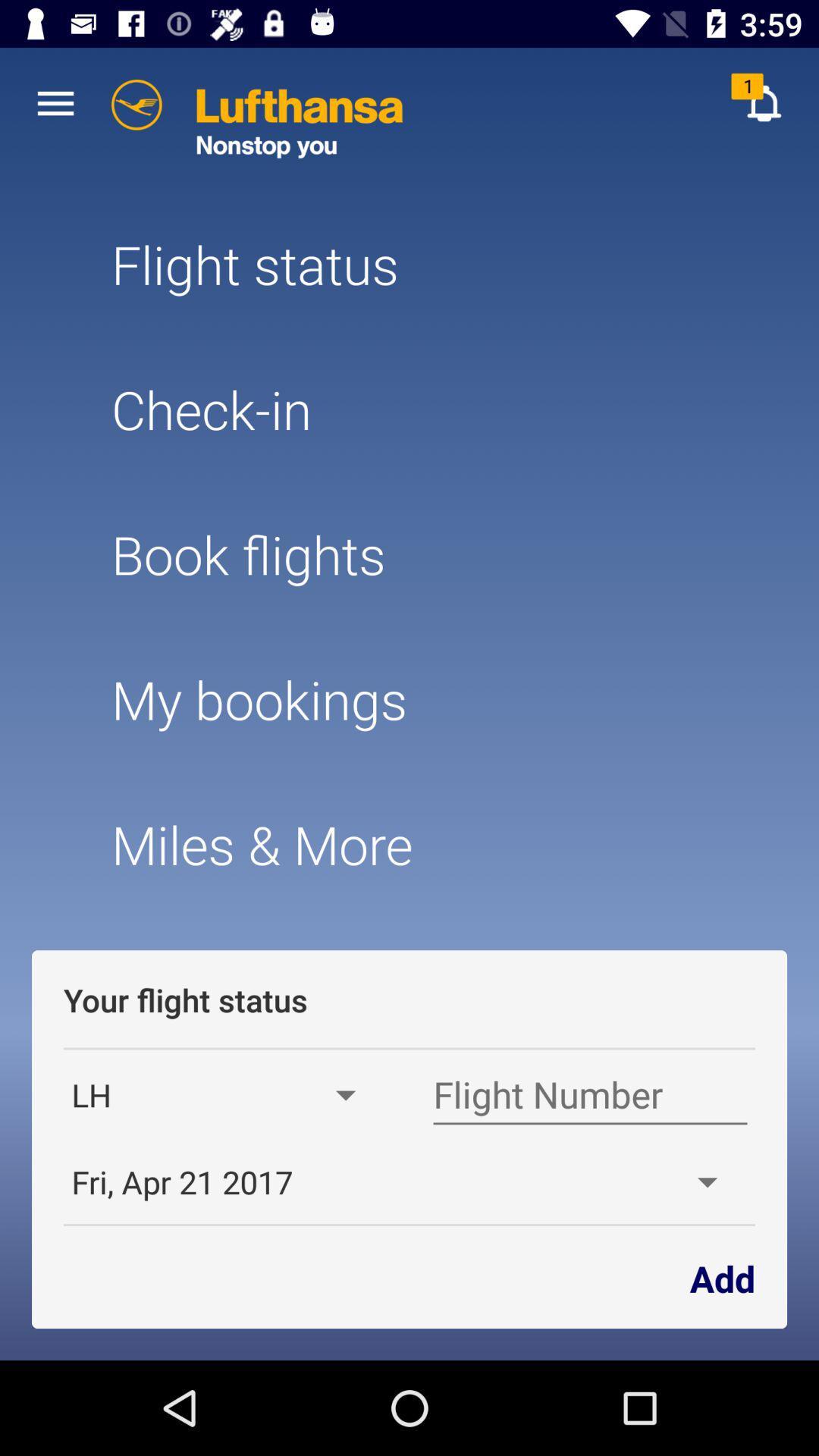 The height and width of the screenshot is (1456, 819). Describe the element at coordinates (409, 843) in the screenshot. I see `the icon below my bookings` at that location.